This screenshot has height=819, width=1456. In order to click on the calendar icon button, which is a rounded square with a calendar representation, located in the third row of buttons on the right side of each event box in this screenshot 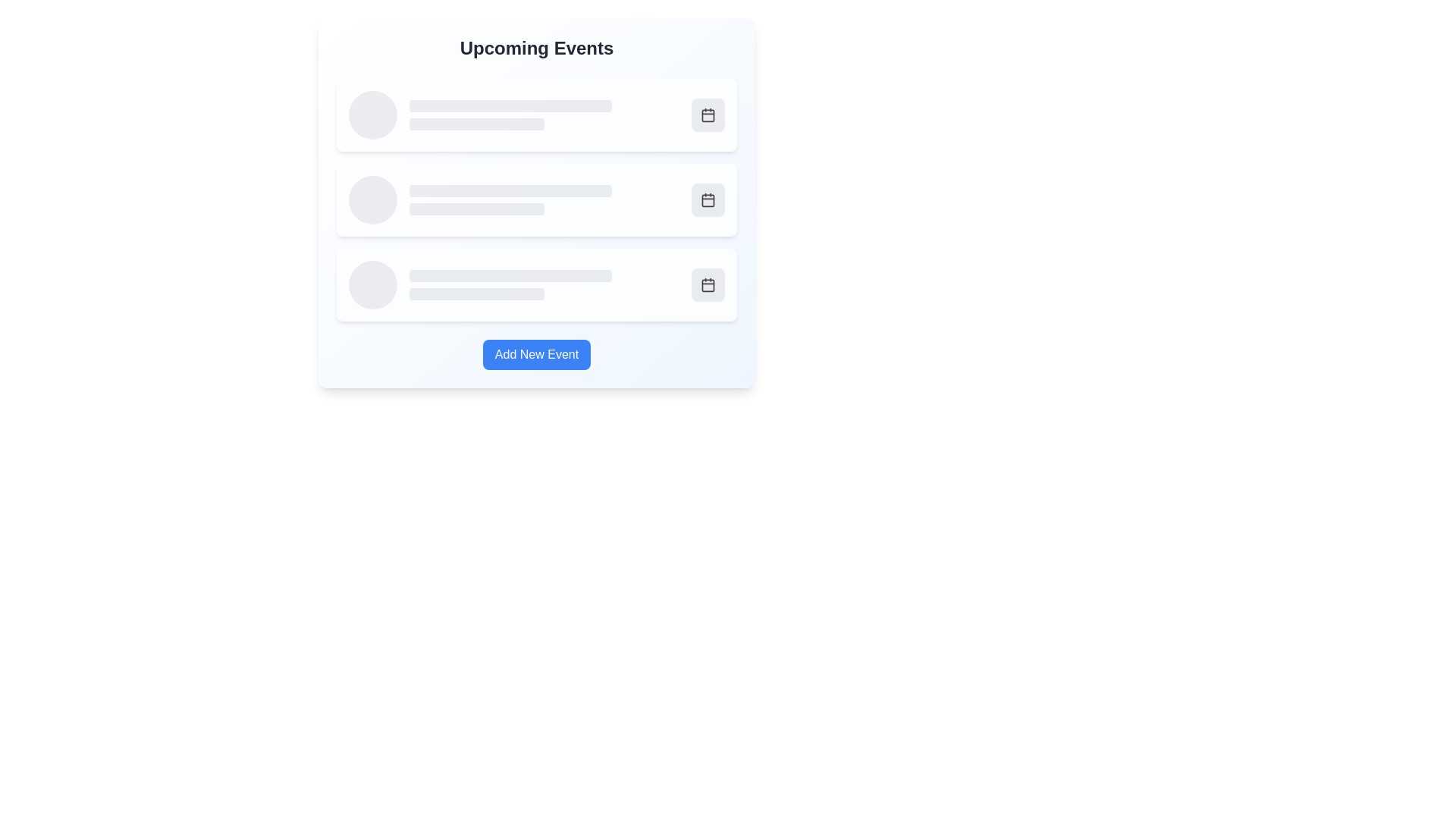, I will do `click(708, 284)`.